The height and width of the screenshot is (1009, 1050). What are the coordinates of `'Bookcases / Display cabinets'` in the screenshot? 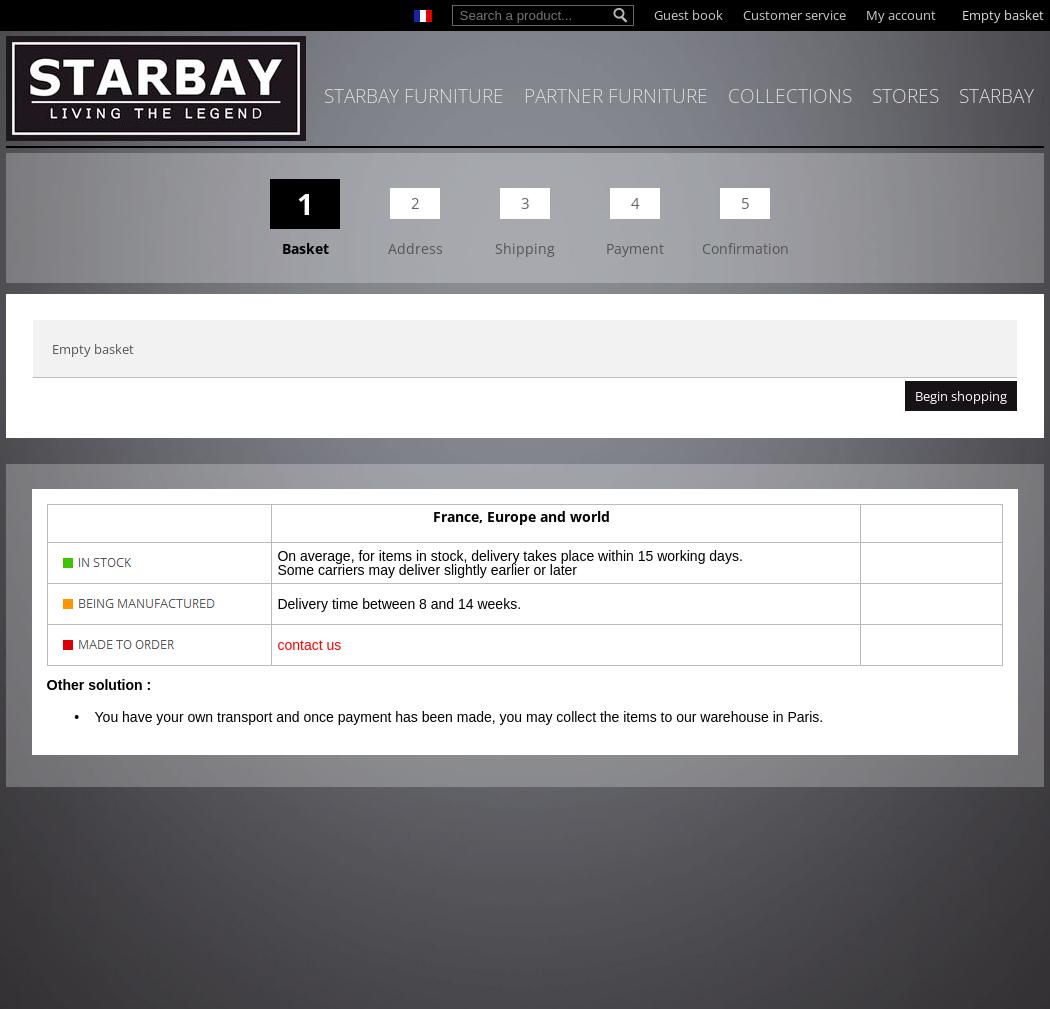 It's located at (112, 347).